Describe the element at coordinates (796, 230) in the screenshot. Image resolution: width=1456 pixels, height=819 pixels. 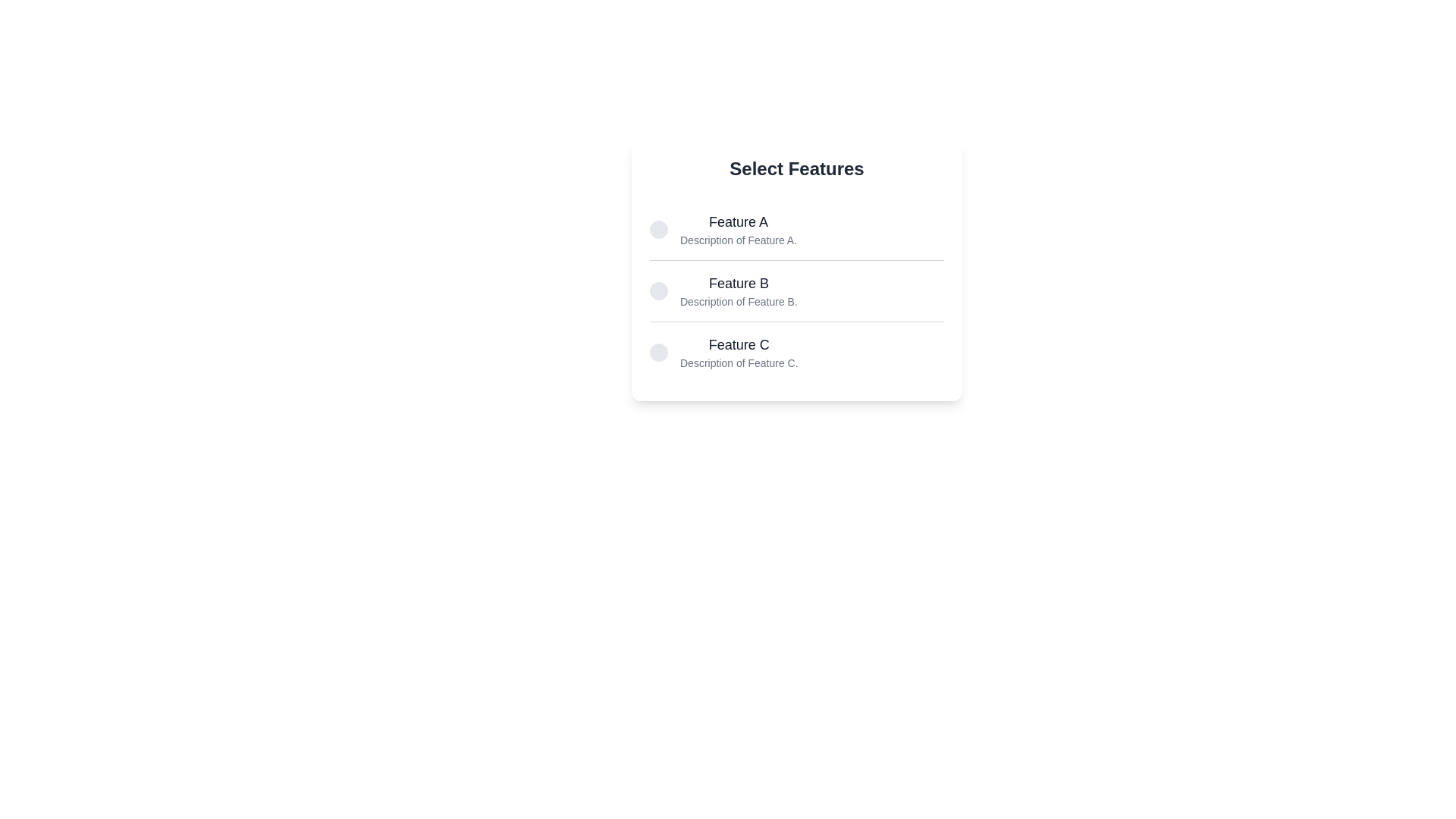
I see `the first selectable list item labeled 'Feature A'` at that location.